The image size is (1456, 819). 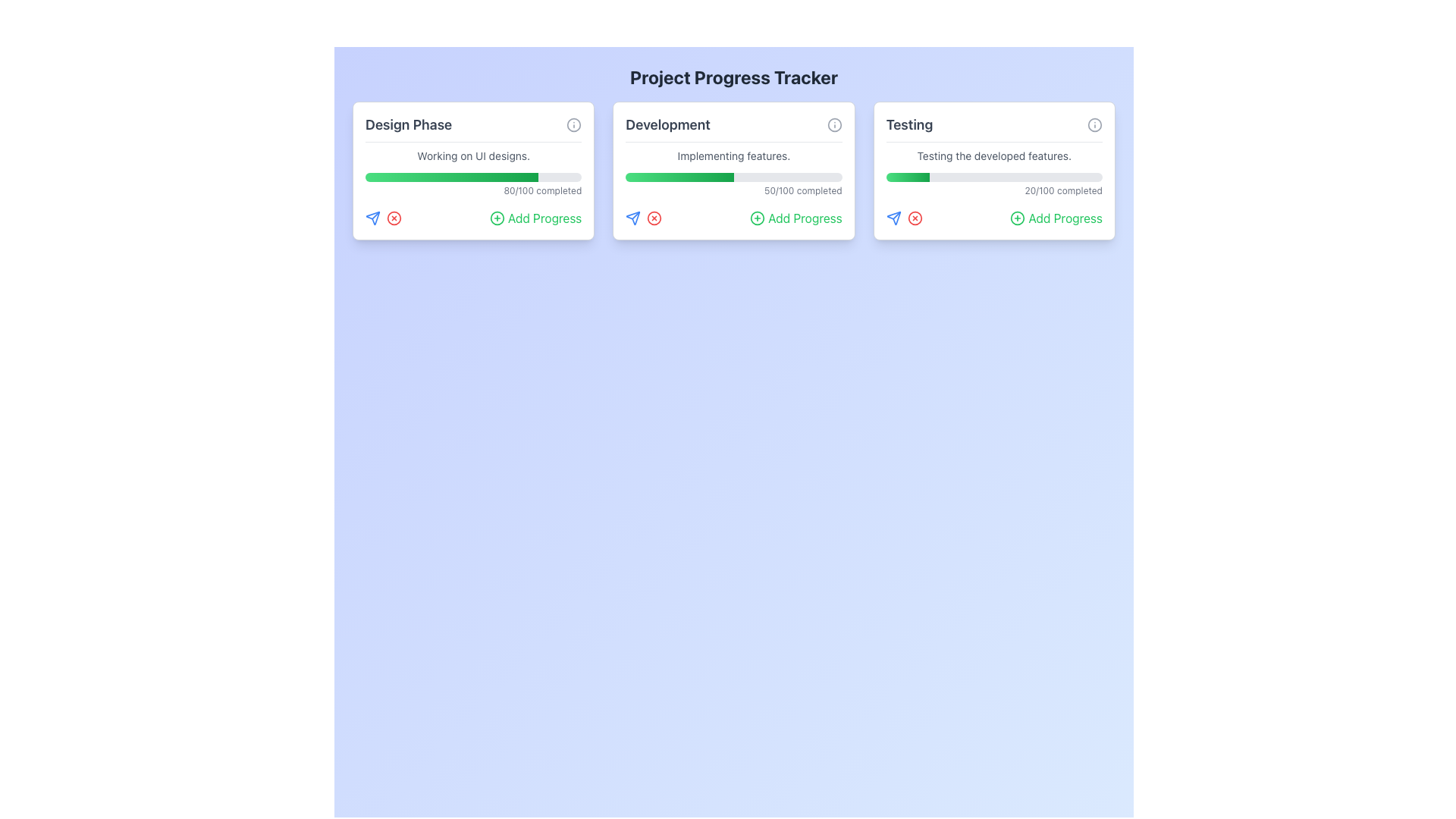 I want to click on the text label that provides a brief description of the progress associated with the 'Testing' phase, located within the third card titled 'Testing', below the title 'Testing' and above a progress indicator, so click(x=994, y=155).